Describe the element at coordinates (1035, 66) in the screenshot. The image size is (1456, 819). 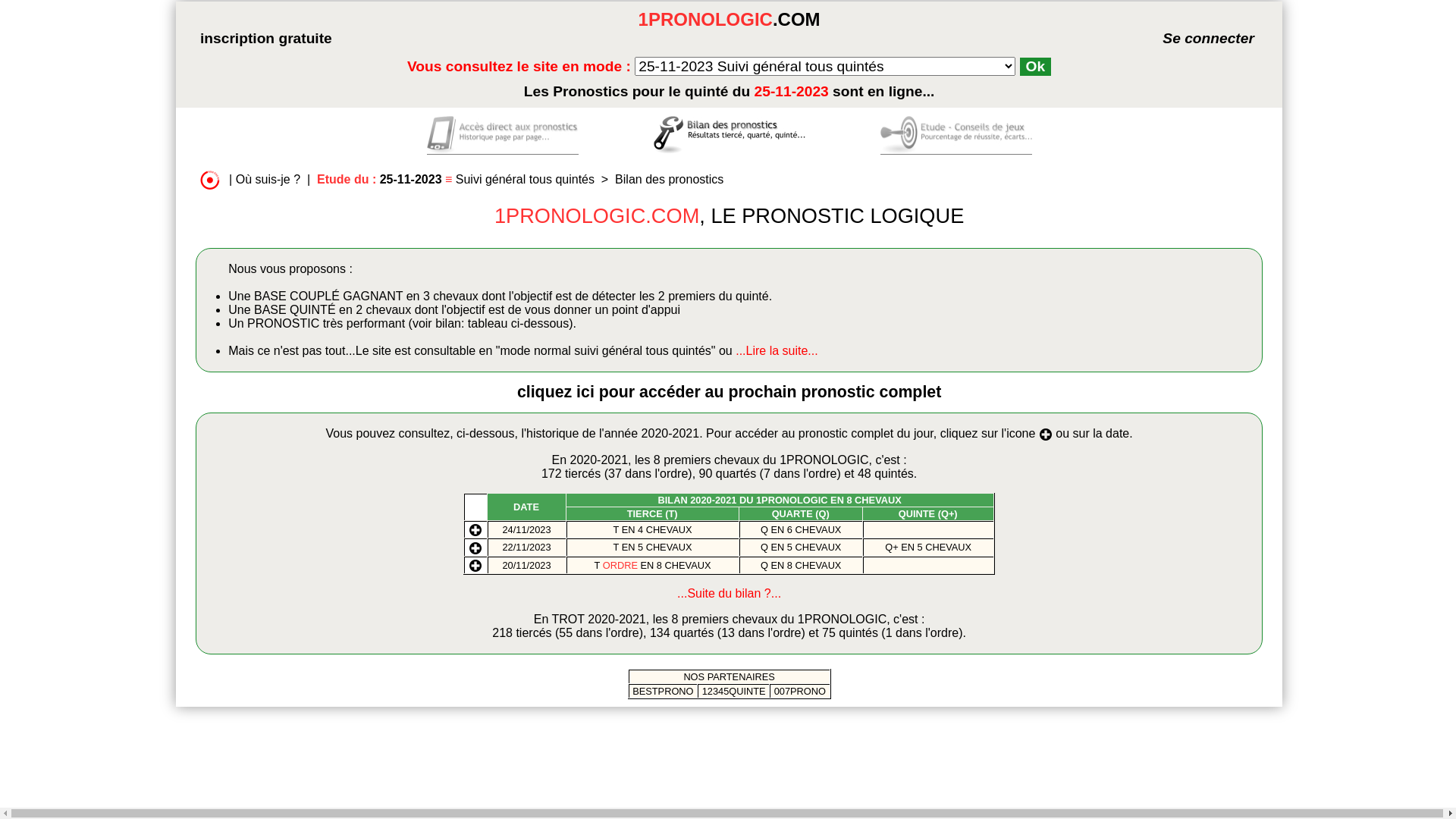
I see `'Ok'` at that location.